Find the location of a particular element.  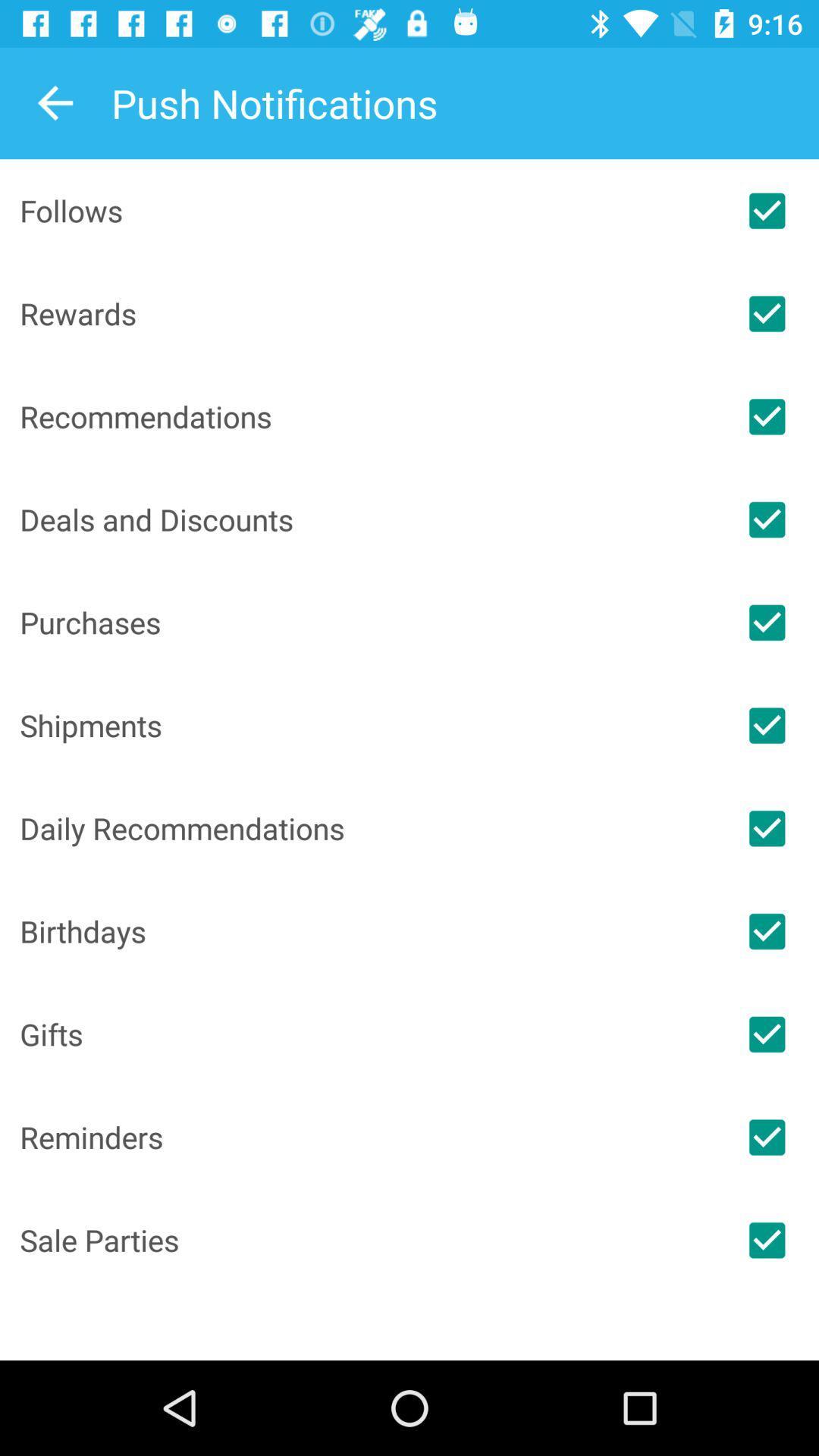

sale parties notifications is located at coordinates (767, 1240).